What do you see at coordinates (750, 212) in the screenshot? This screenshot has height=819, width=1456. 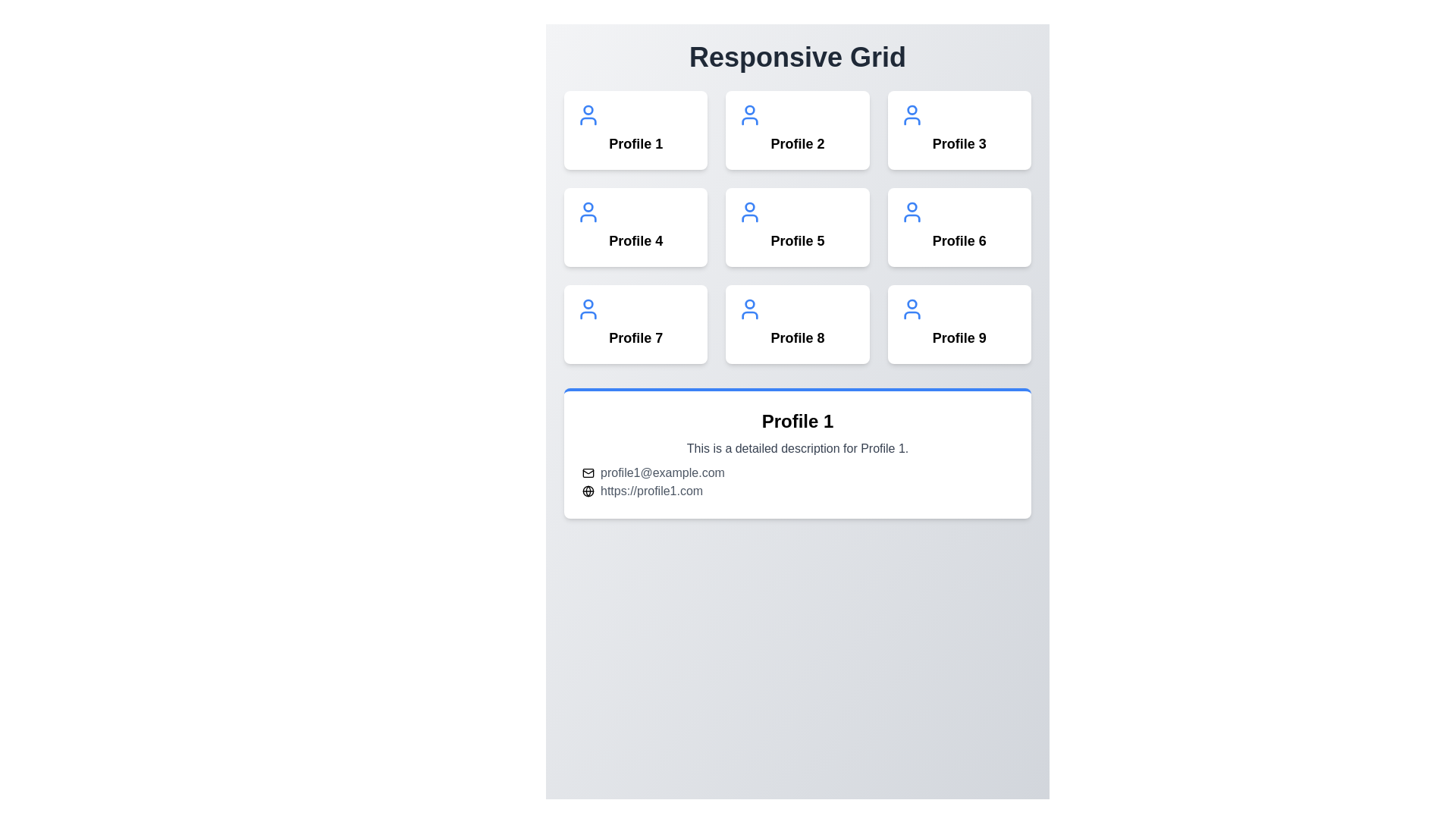 I see `the user icon with a blue outline located at the top center of the 'Profile 5' card, positioned in the second row and second column of the grid layout` at bounding box center [750, 212].